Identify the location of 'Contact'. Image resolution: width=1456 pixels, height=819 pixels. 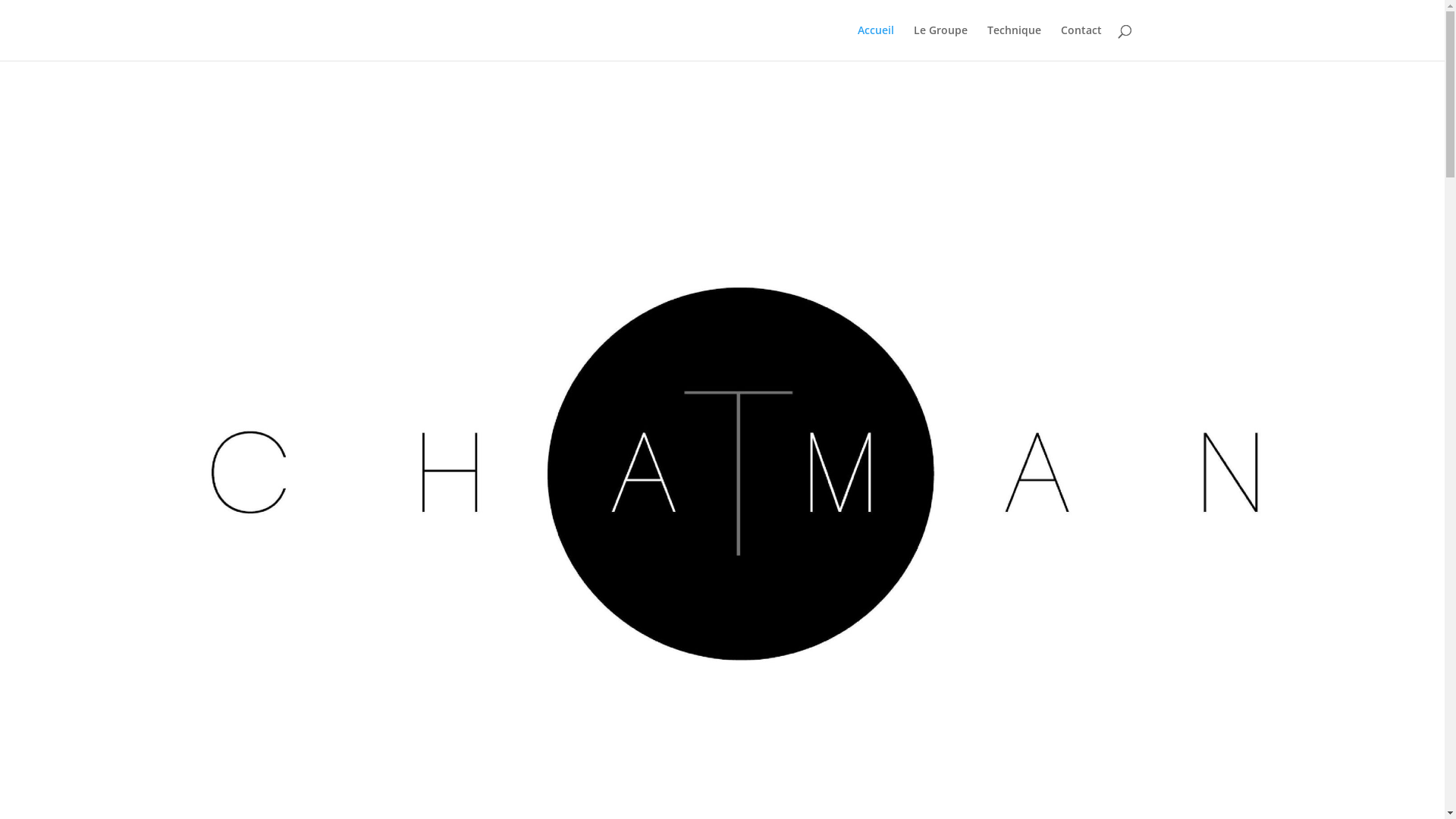
(1080, 42).